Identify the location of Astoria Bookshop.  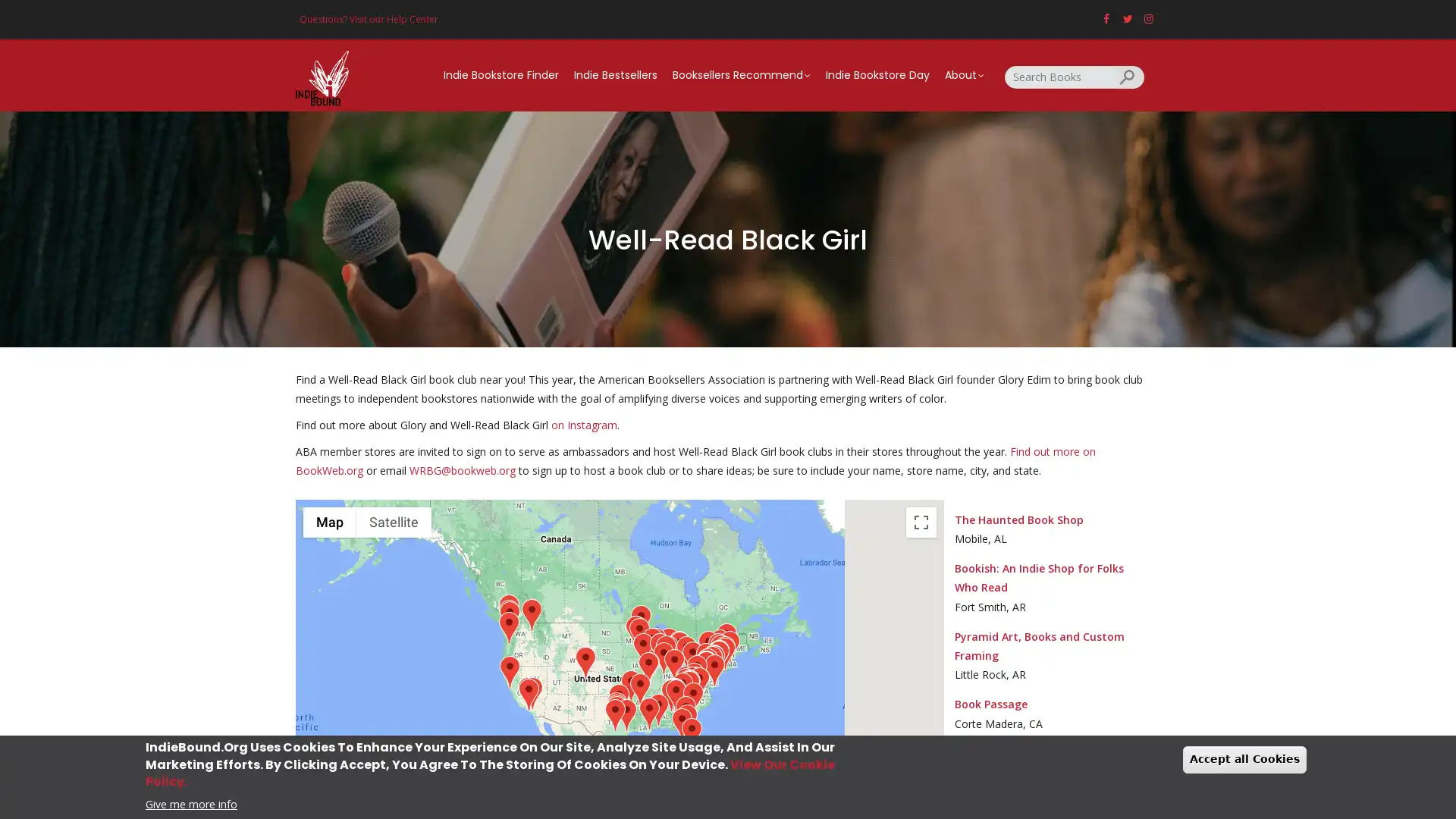
(717, 655).